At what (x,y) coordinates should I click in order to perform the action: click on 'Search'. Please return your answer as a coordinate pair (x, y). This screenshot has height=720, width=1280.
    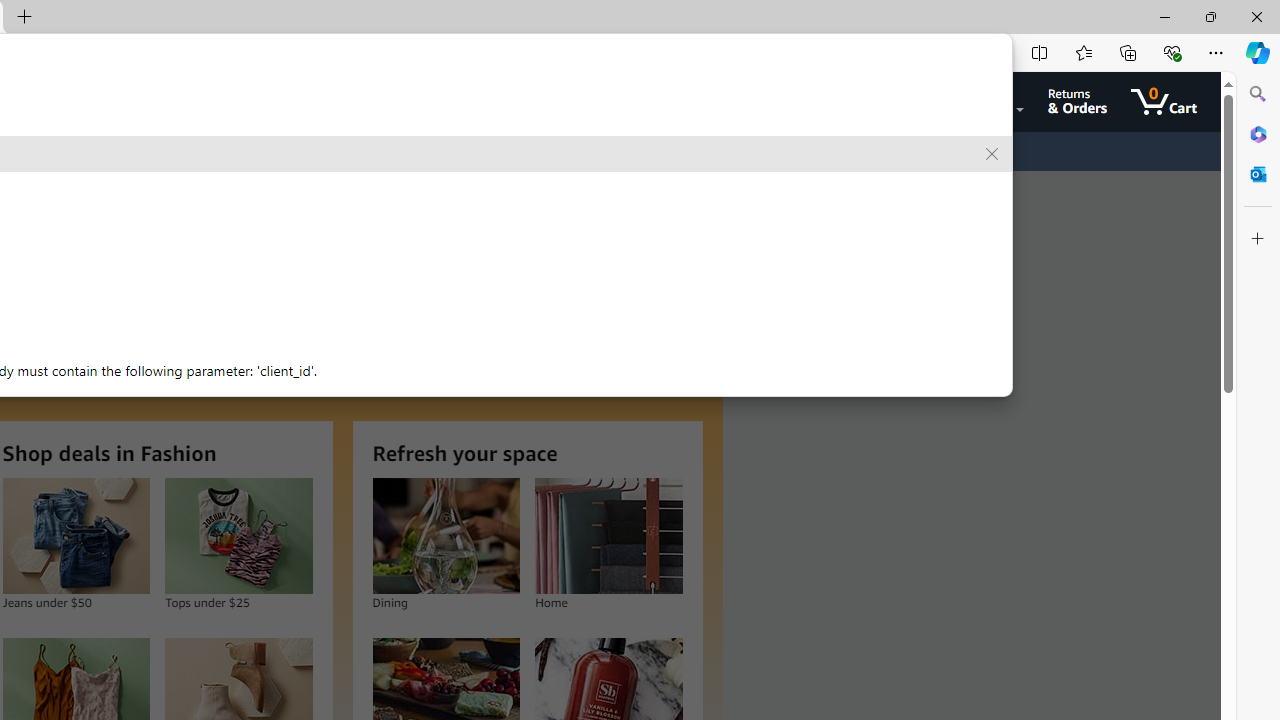
    Looking at the image, I should click on (1257, 94).